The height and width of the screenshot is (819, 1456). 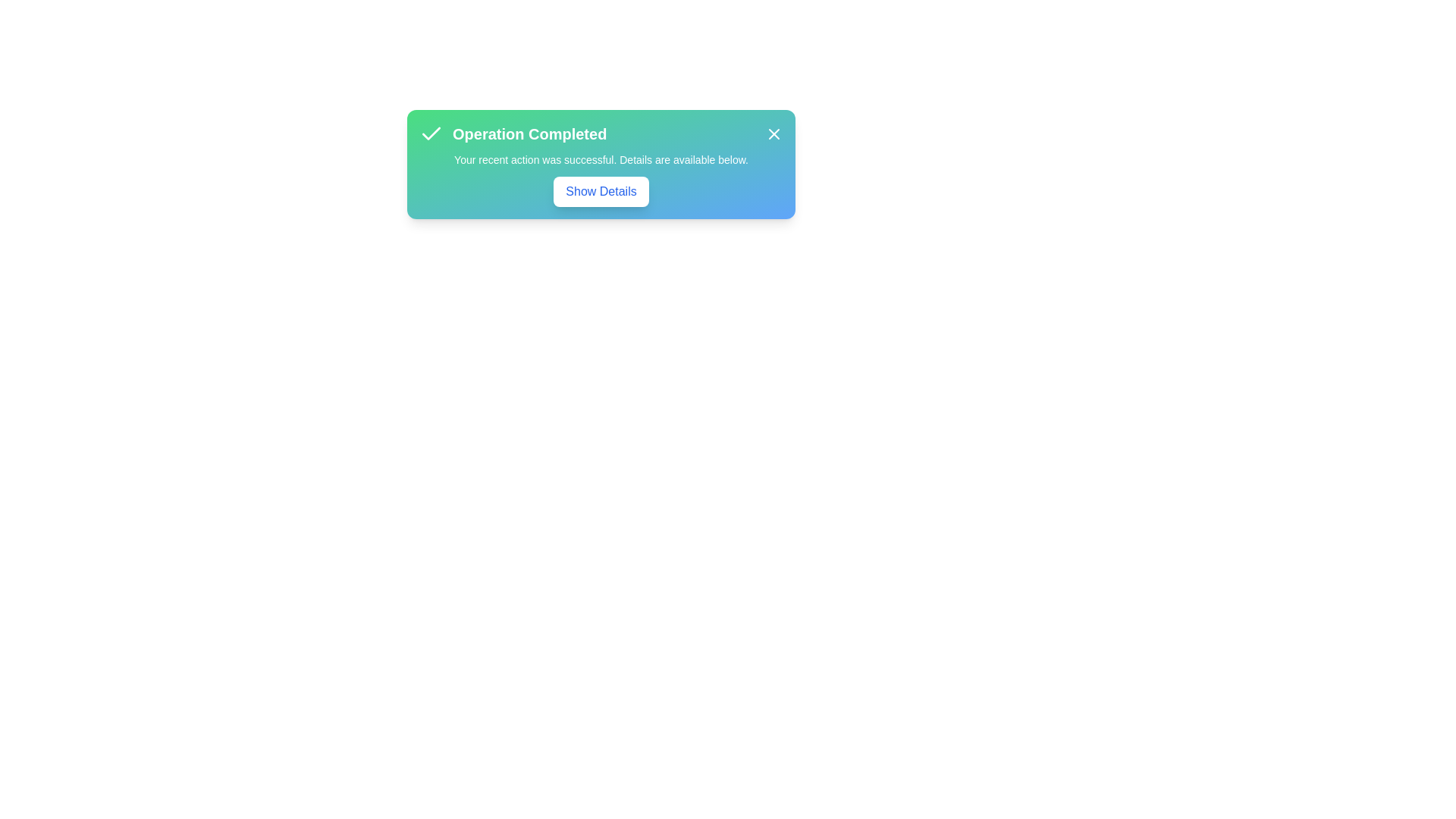 What do you see at coordinates (600, 191) in the screenshot?
I see `the 'Show Details' button to toggle the display of additional details` at bounding box center [600, 191].